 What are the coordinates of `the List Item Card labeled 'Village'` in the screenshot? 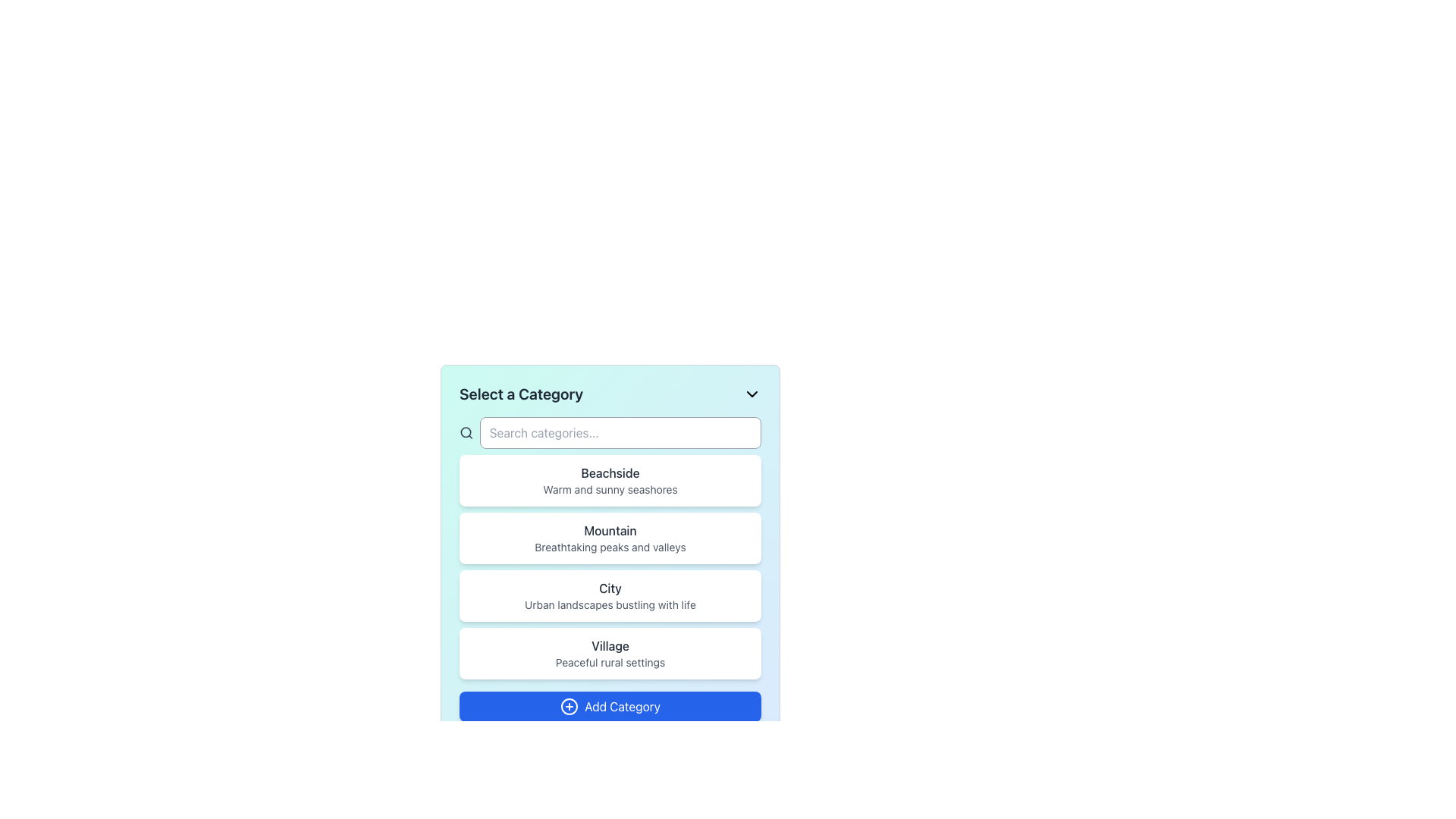 It's located at (610, 652).